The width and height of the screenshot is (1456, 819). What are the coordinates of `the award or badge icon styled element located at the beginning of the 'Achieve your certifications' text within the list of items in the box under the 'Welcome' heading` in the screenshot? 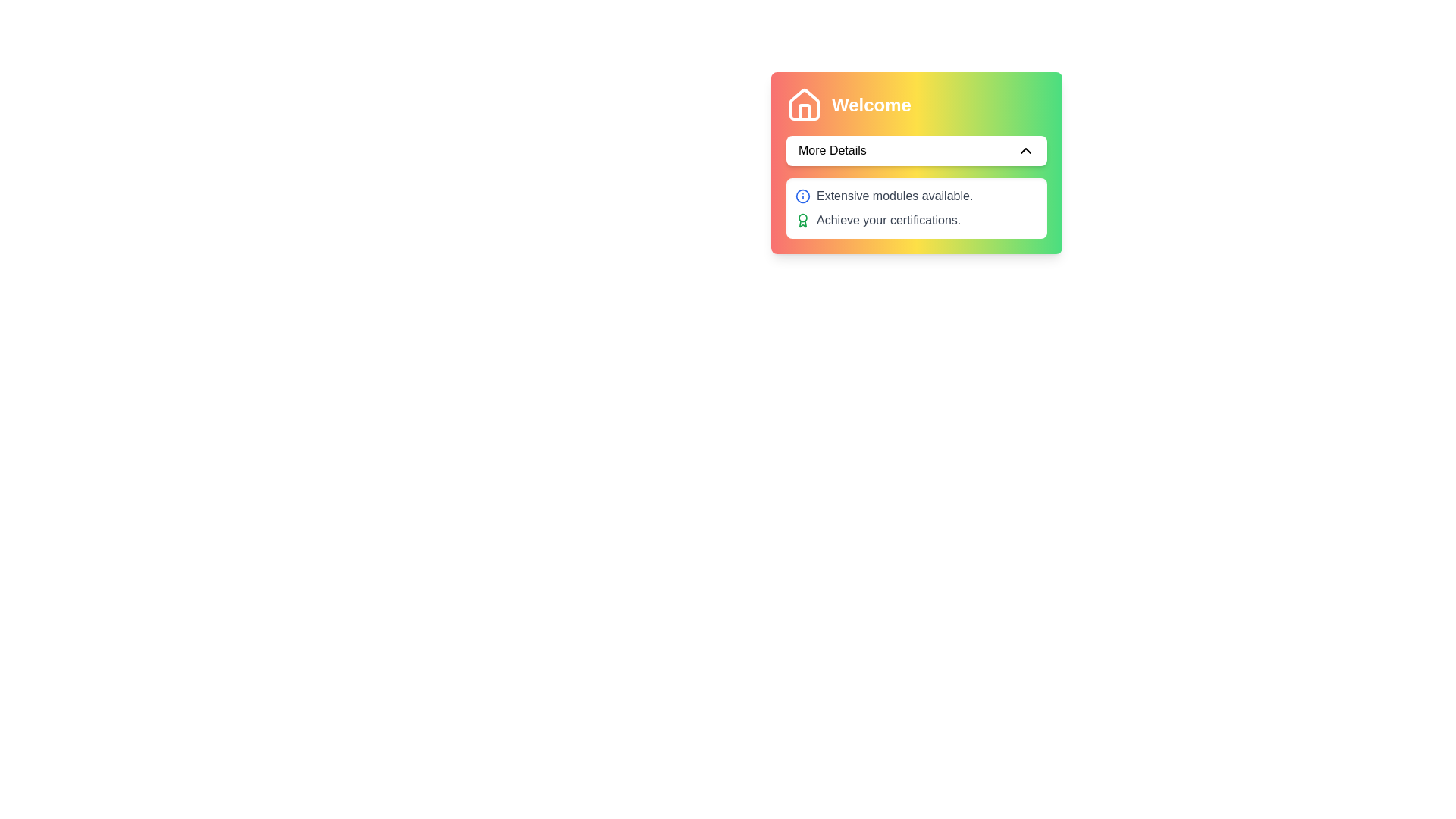 It's located at (802, 220).